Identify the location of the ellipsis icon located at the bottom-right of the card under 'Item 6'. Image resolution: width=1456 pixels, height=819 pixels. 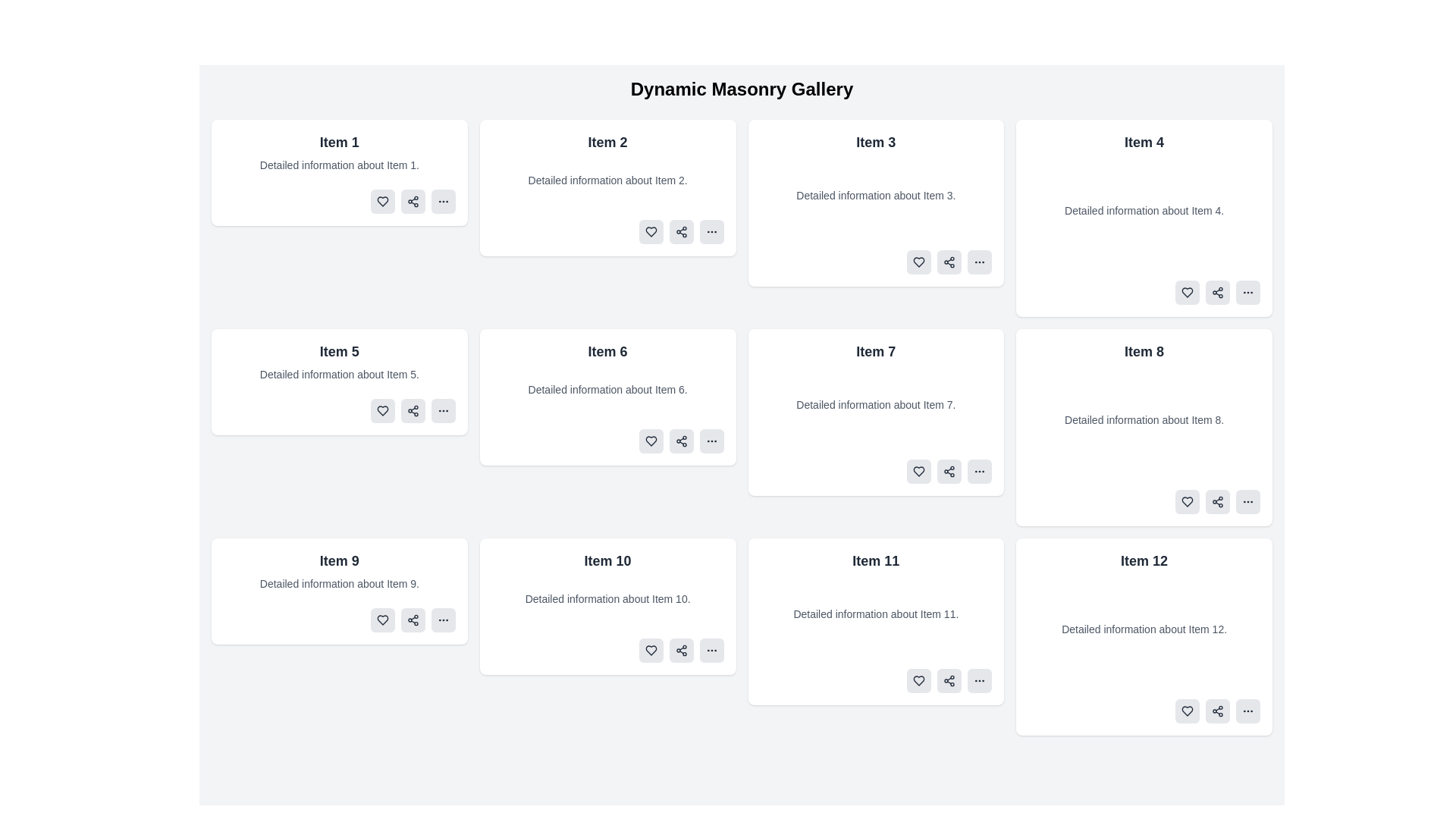
(711, 441).